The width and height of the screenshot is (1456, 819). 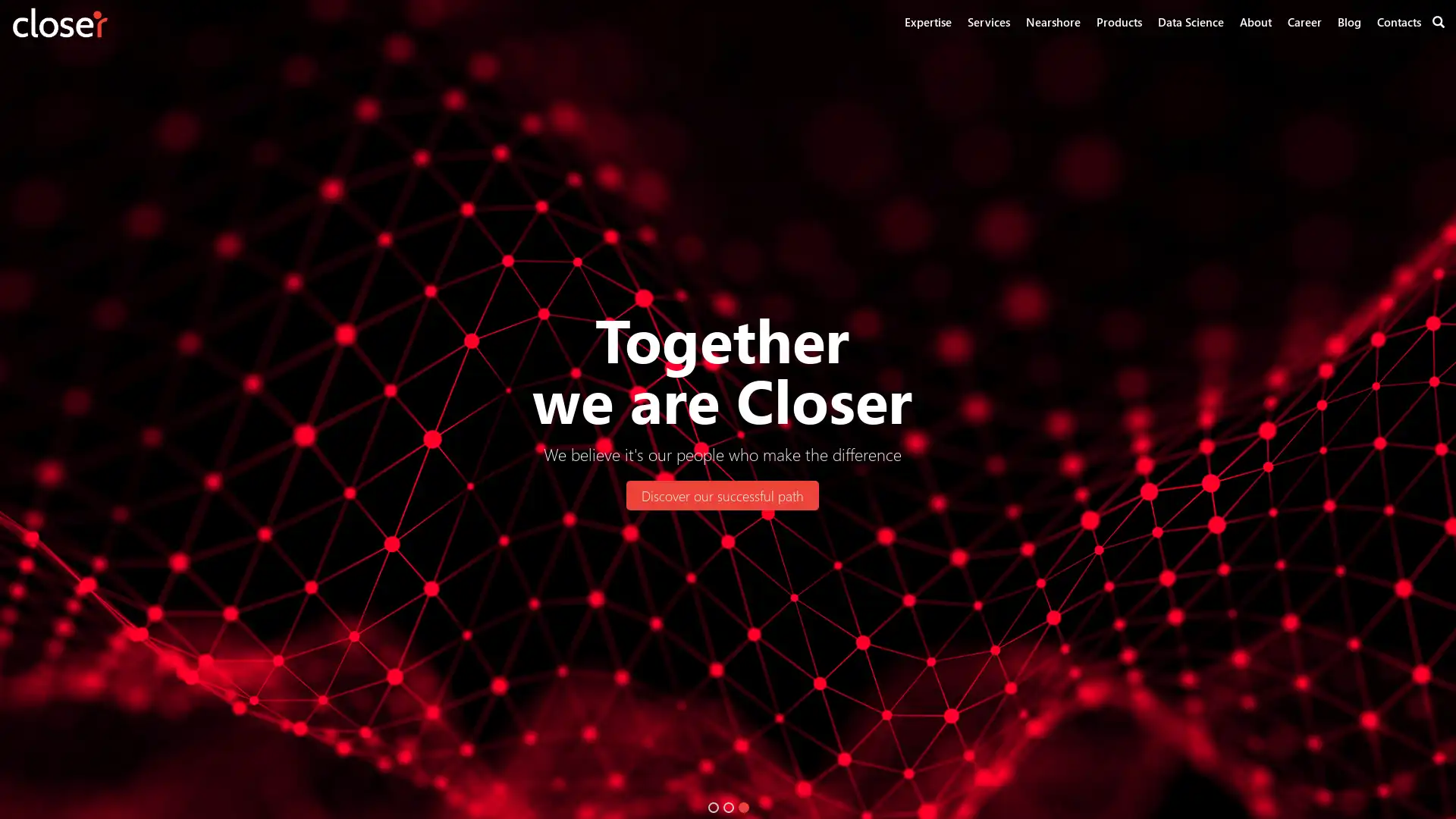 What do you see at coordinates (712, 806) in the screenshot?
I see `1` at bounding box center [712, 806].